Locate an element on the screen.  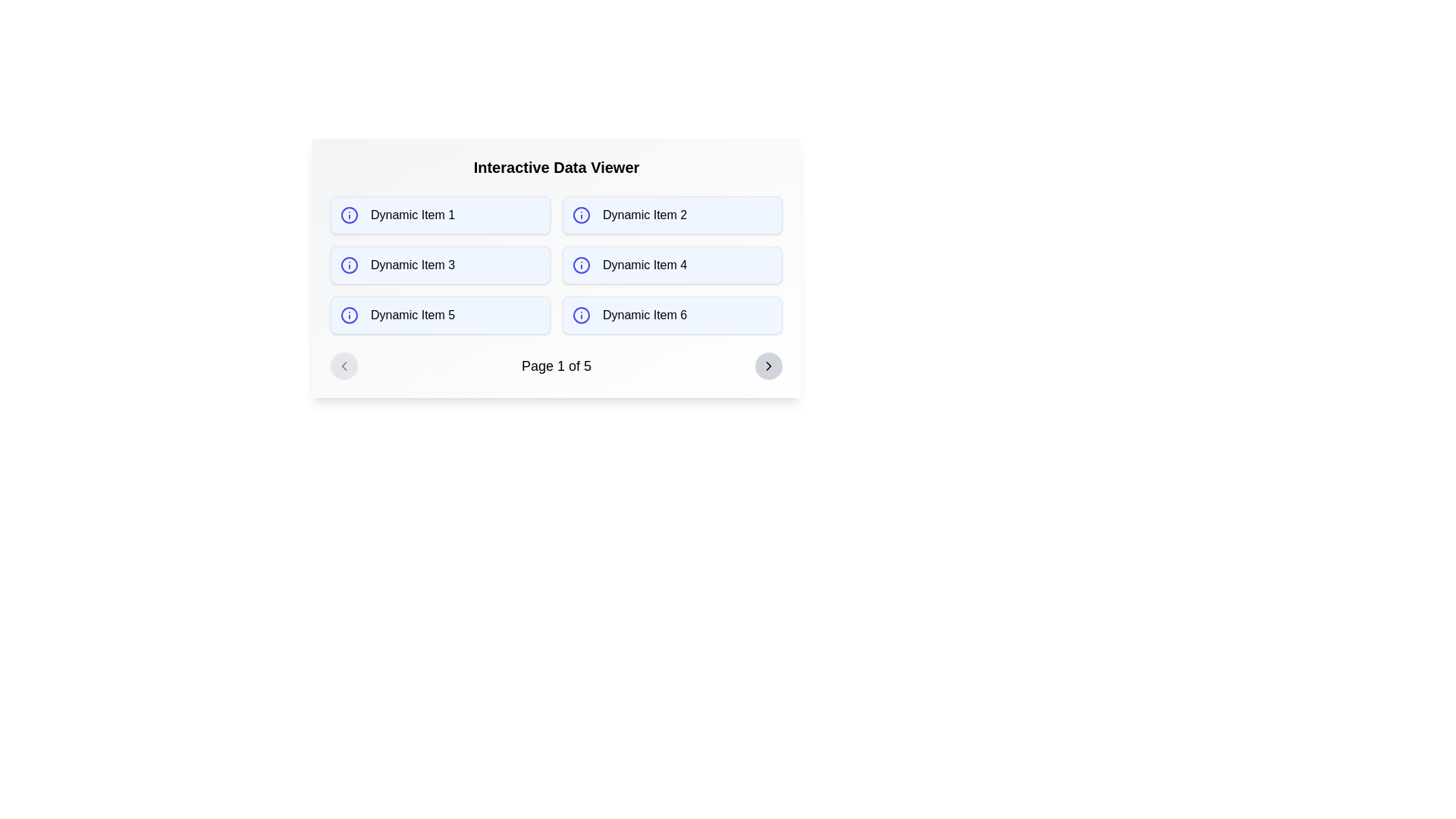
the circular gray button with a left-pointing chevron at the bottom-left of the paging information, if it is enabled is located at coordinates (344, 366).